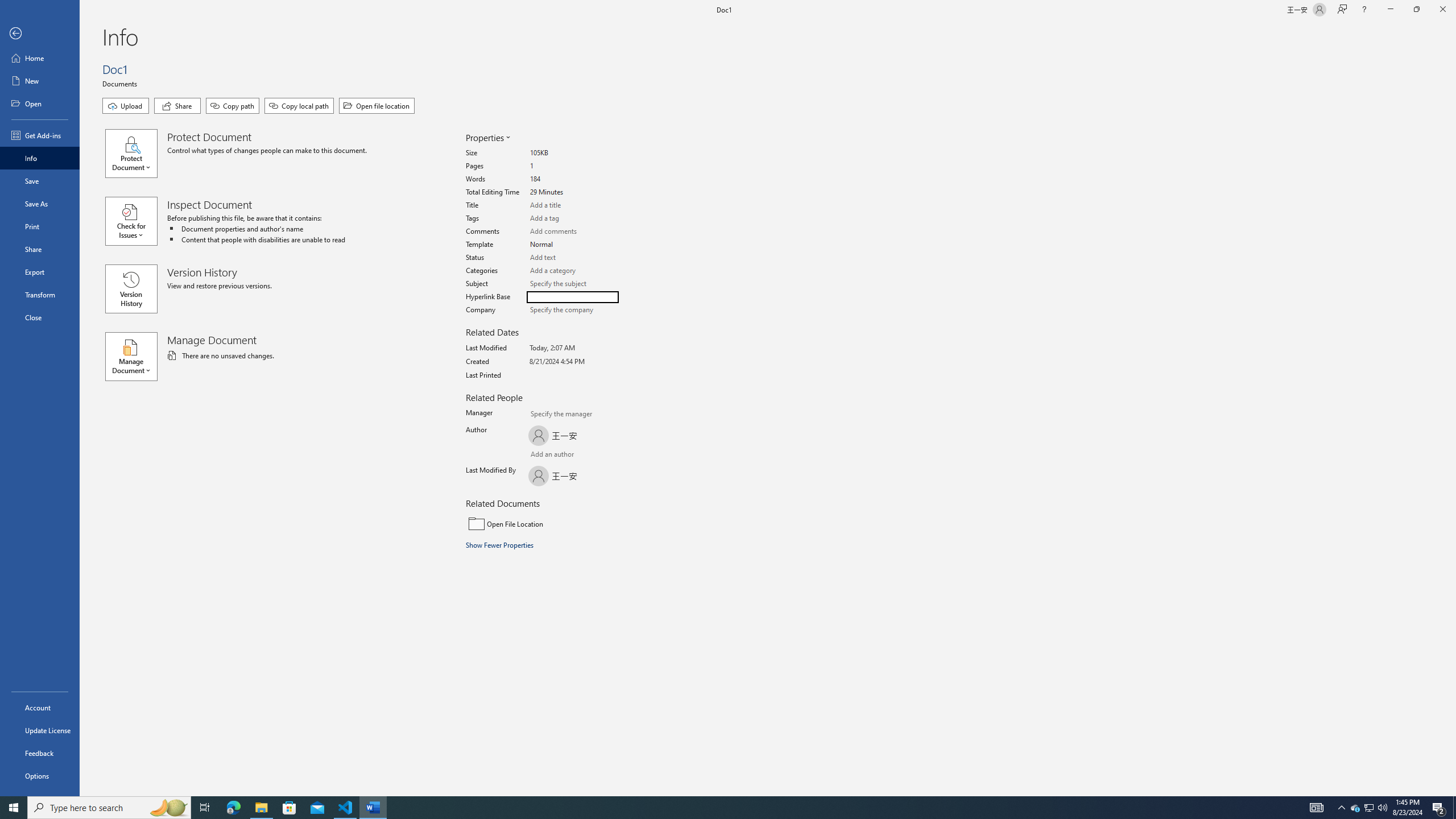 This screenshot has width=1456, height=819. Describe the element at coordinates (299, 105) in the screenshot. I see `'Copy local path'` at that location.